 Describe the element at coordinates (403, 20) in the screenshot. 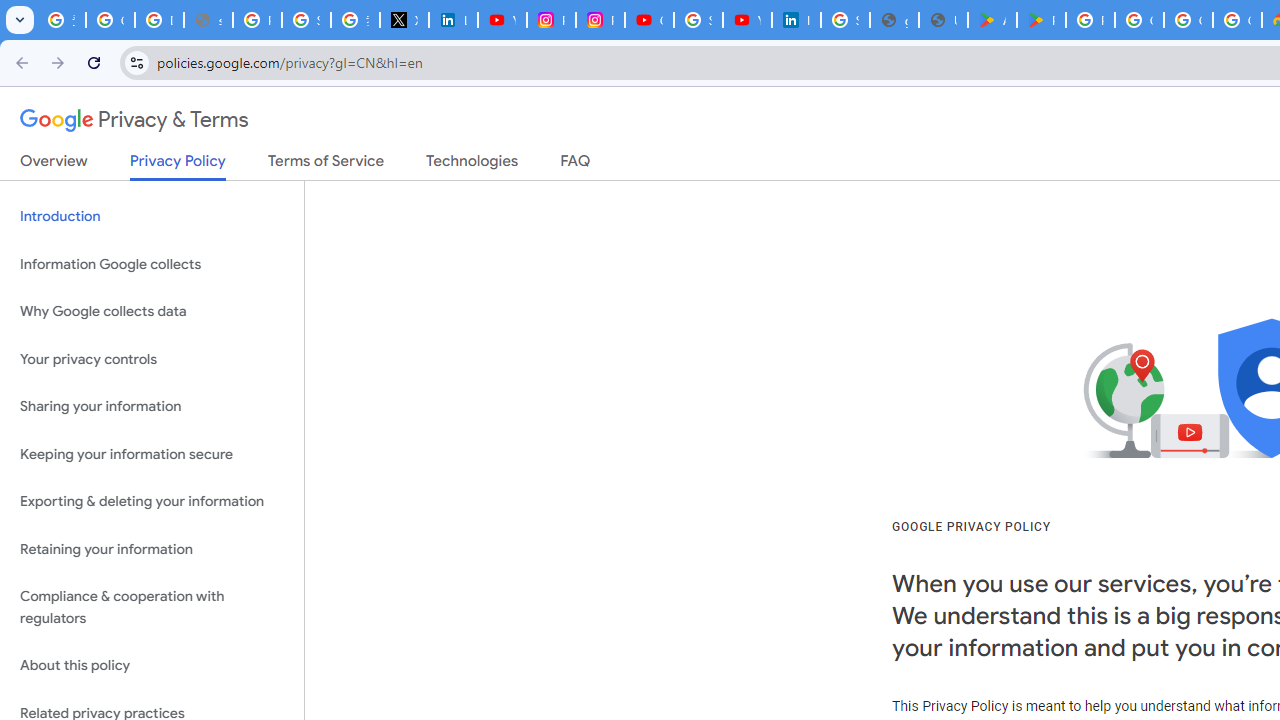

I see `'X'` at that location.